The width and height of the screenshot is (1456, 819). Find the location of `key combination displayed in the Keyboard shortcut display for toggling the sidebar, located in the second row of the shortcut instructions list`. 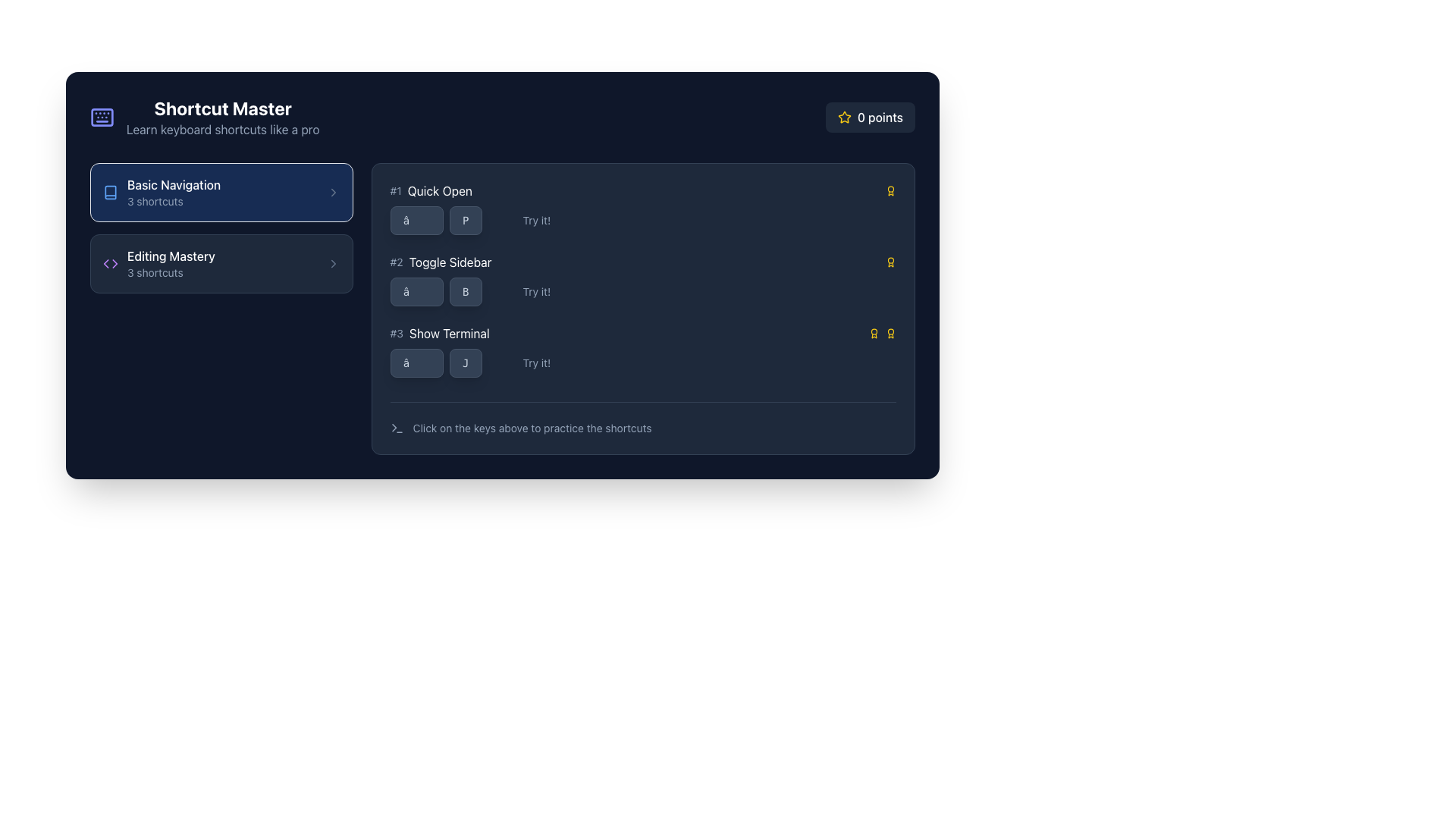

key combination displayed in the Keyboard shortcut display for toggling the sidebar, located in the second row of the shortcut instructions list is located at coordinates (435, 292).